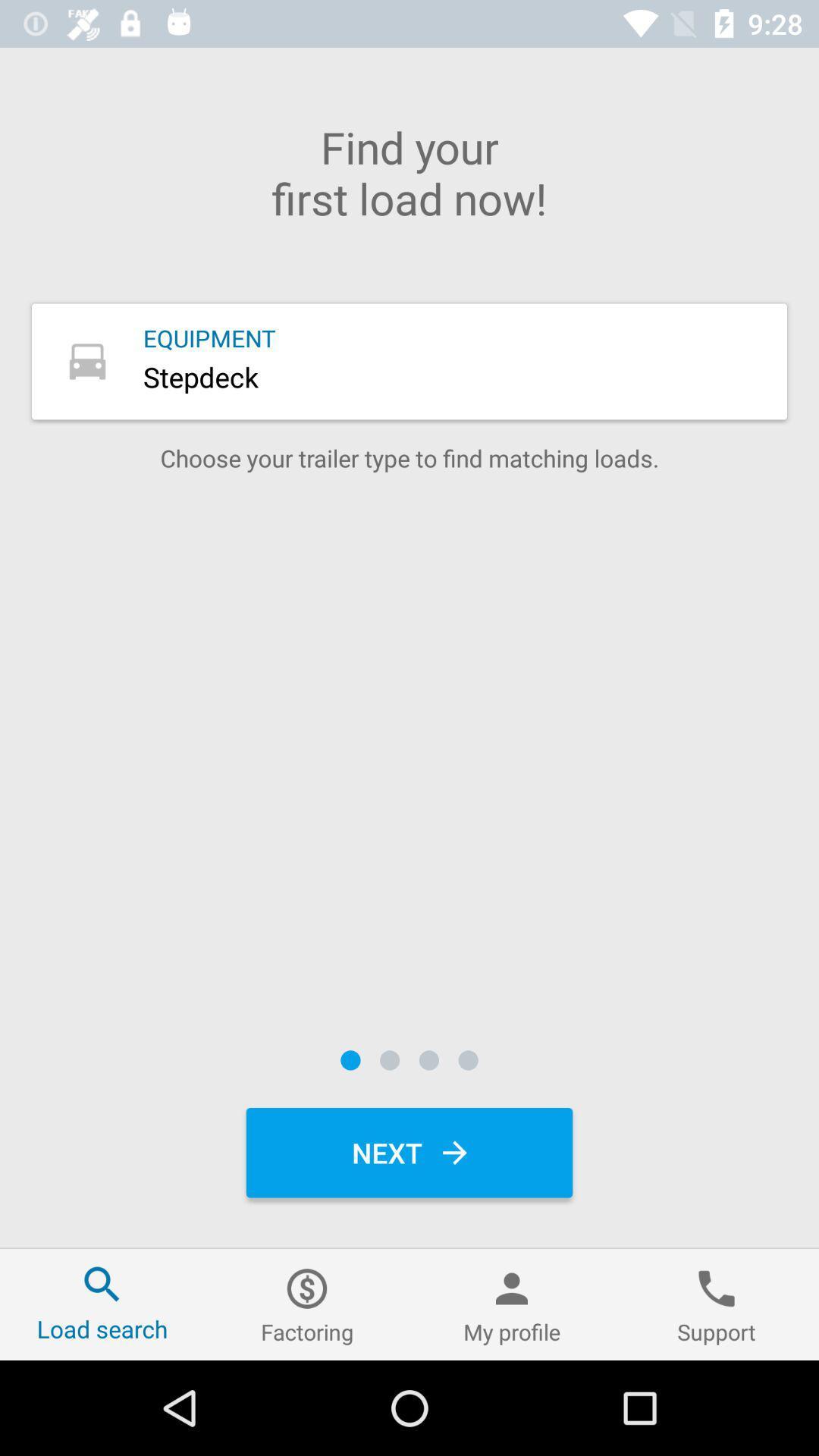  Describe the element at coordinates (512, 1304) in the screenshot. I see `icon next to factoring item` at that location.